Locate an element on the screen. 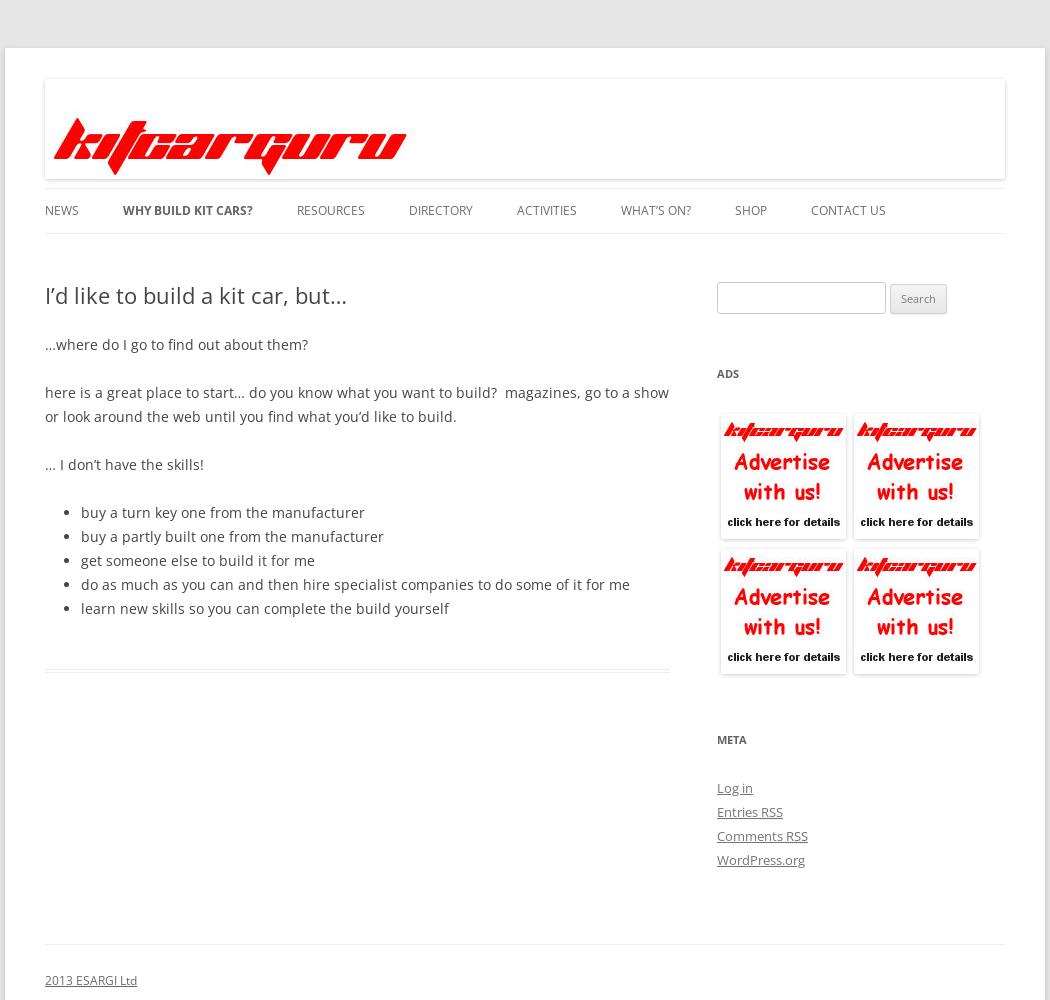  'Search for:' is located at coordinates (747, 294).